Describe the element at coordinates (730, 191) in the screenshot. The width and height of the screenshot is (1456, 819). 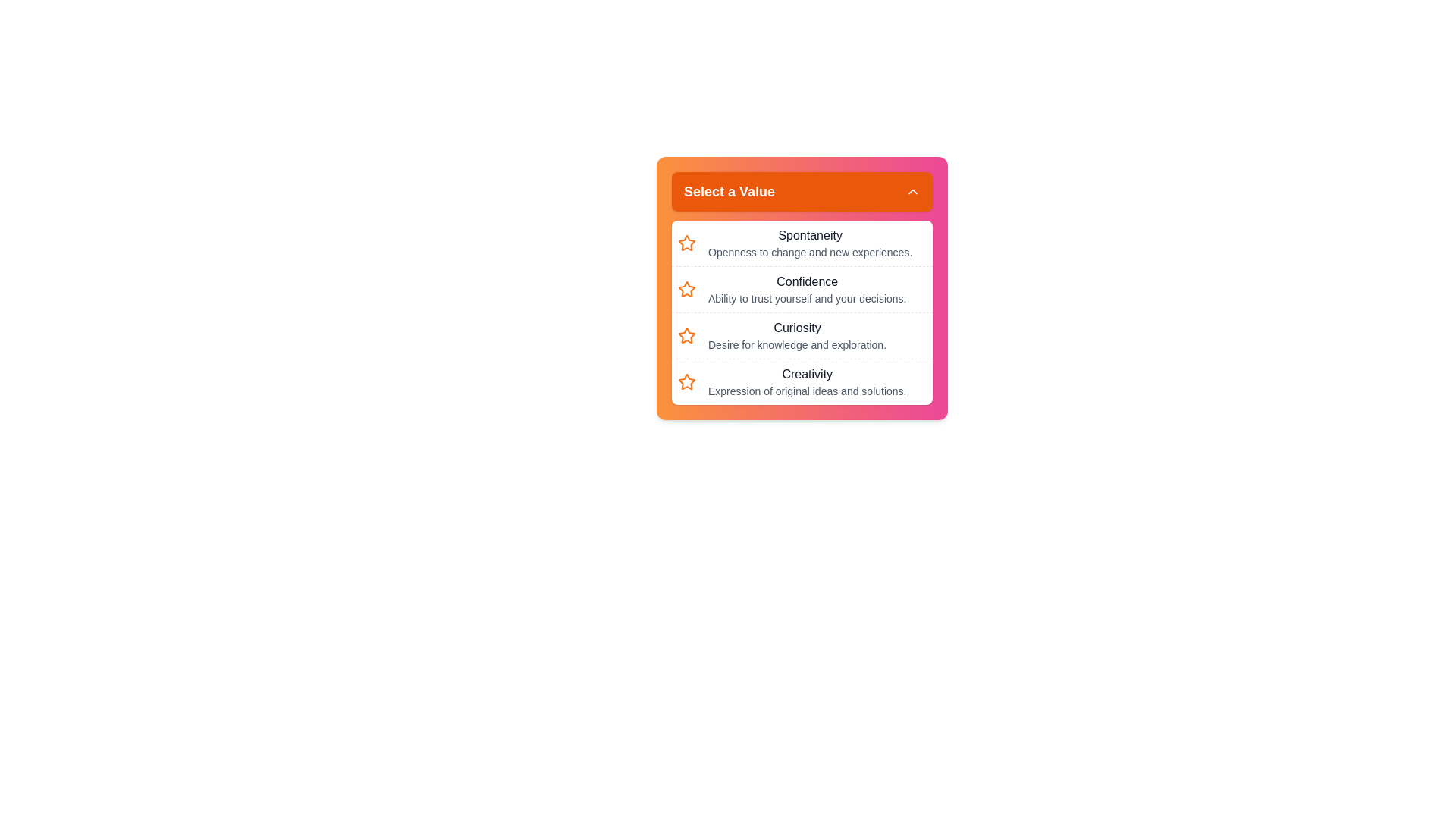
I see `the button associated with the 'Select a Value' text label` at that location.